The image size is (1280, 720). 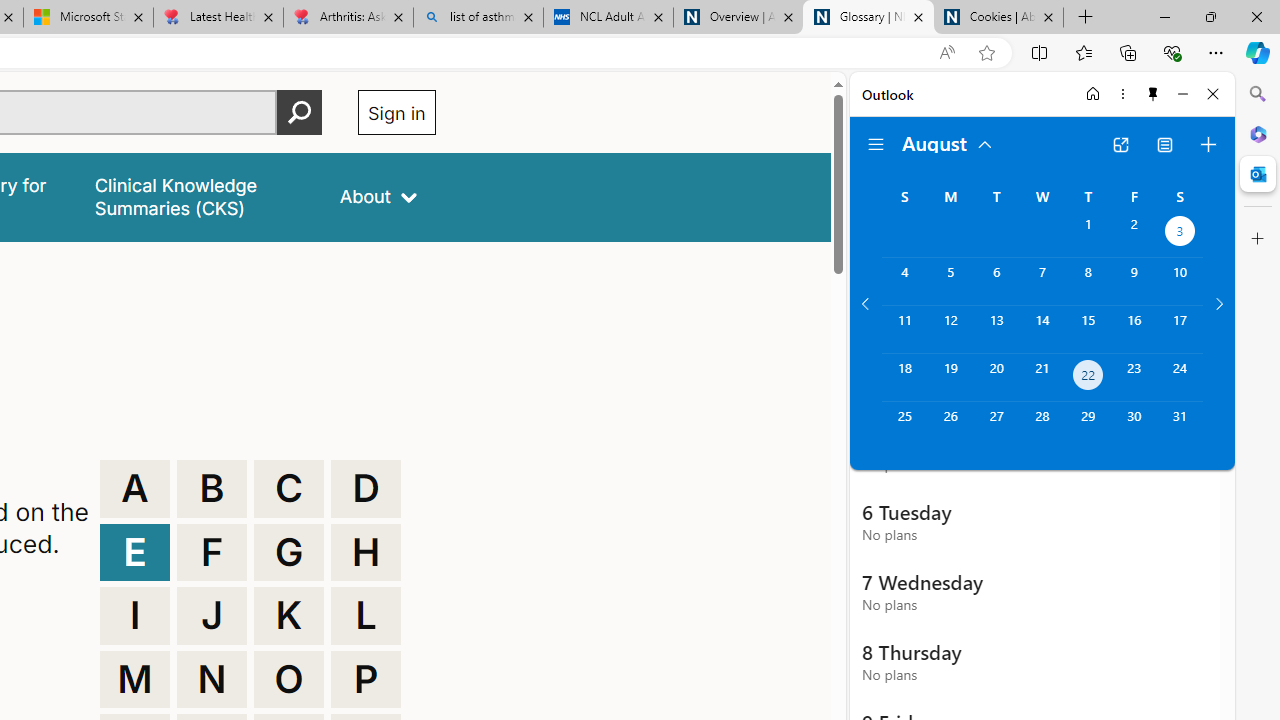 I want to click on 'Wednesday, August 28, 2024. ', so click(x=1041, y=424).